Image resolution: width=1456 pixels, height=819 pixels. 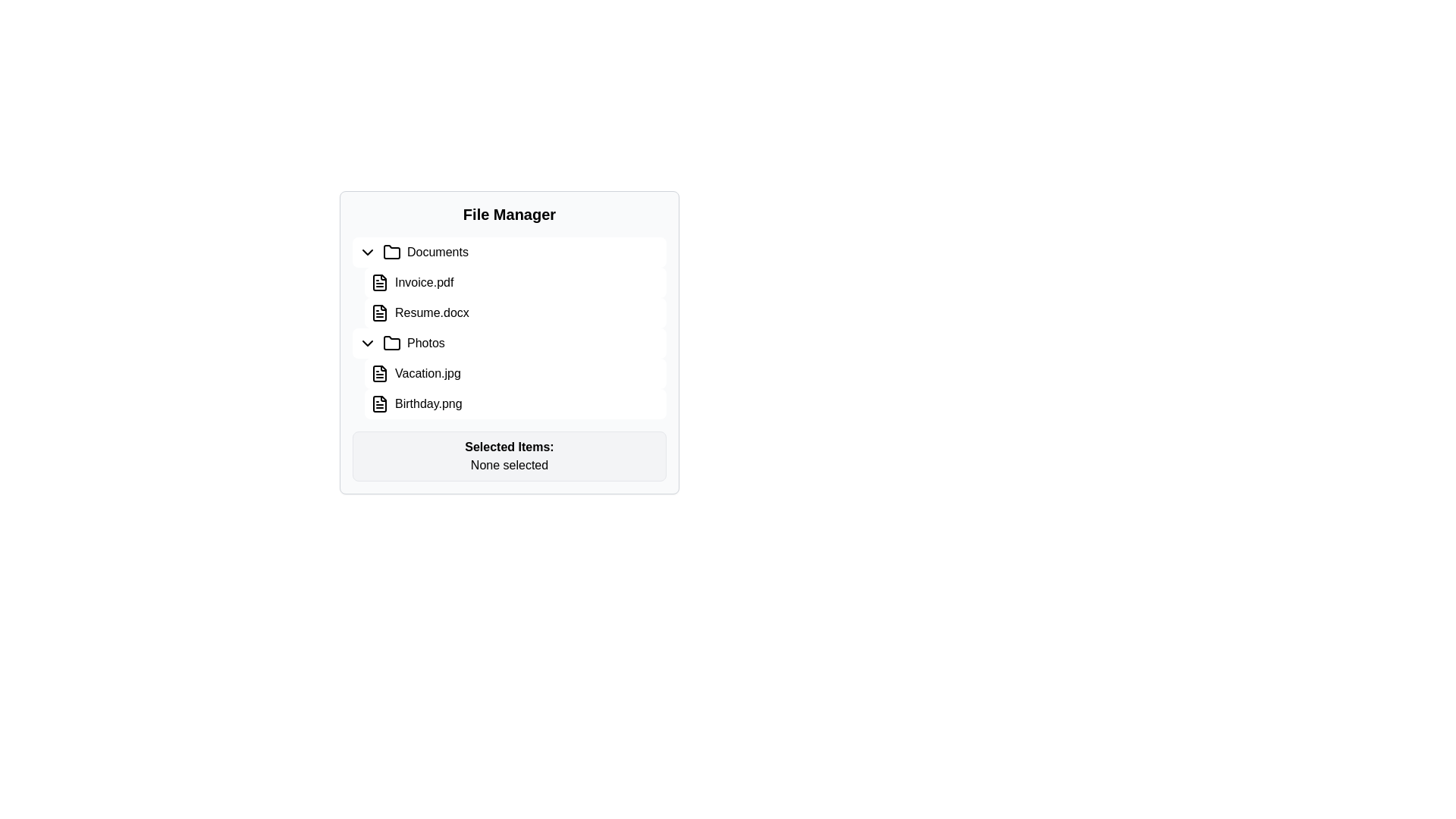 What do you see at coordinates (367, 343) in the screenshot?
I see `the interactive icon (expand/collapse chevron button) located to the left of the 'Photos' folder icon in the file manager interface` at bounding box center [367, 343].